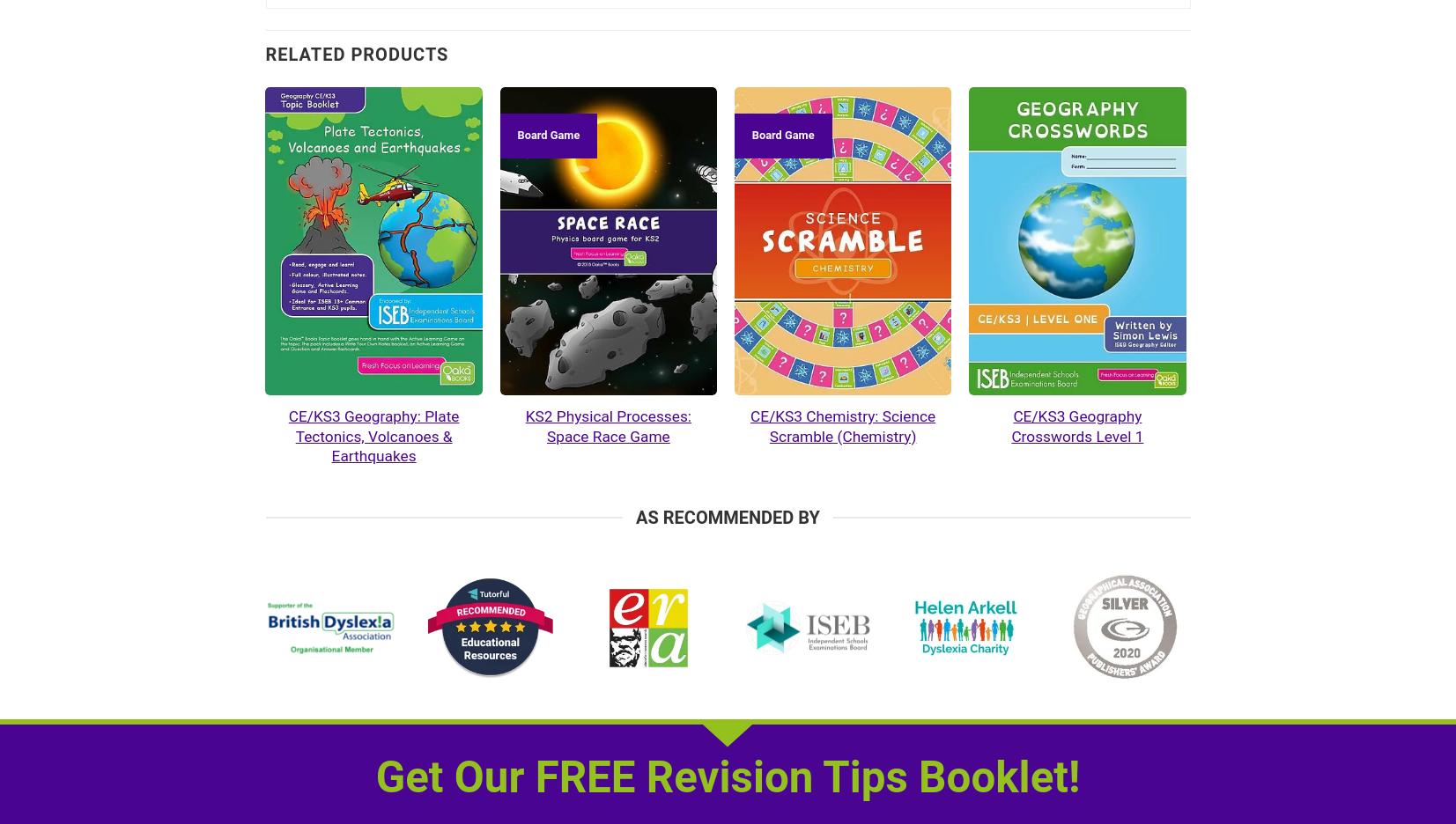 Image resolution: width=1456 pixels, height=824 pixels. I want to click on 'Save 10%', so click(71, 135).